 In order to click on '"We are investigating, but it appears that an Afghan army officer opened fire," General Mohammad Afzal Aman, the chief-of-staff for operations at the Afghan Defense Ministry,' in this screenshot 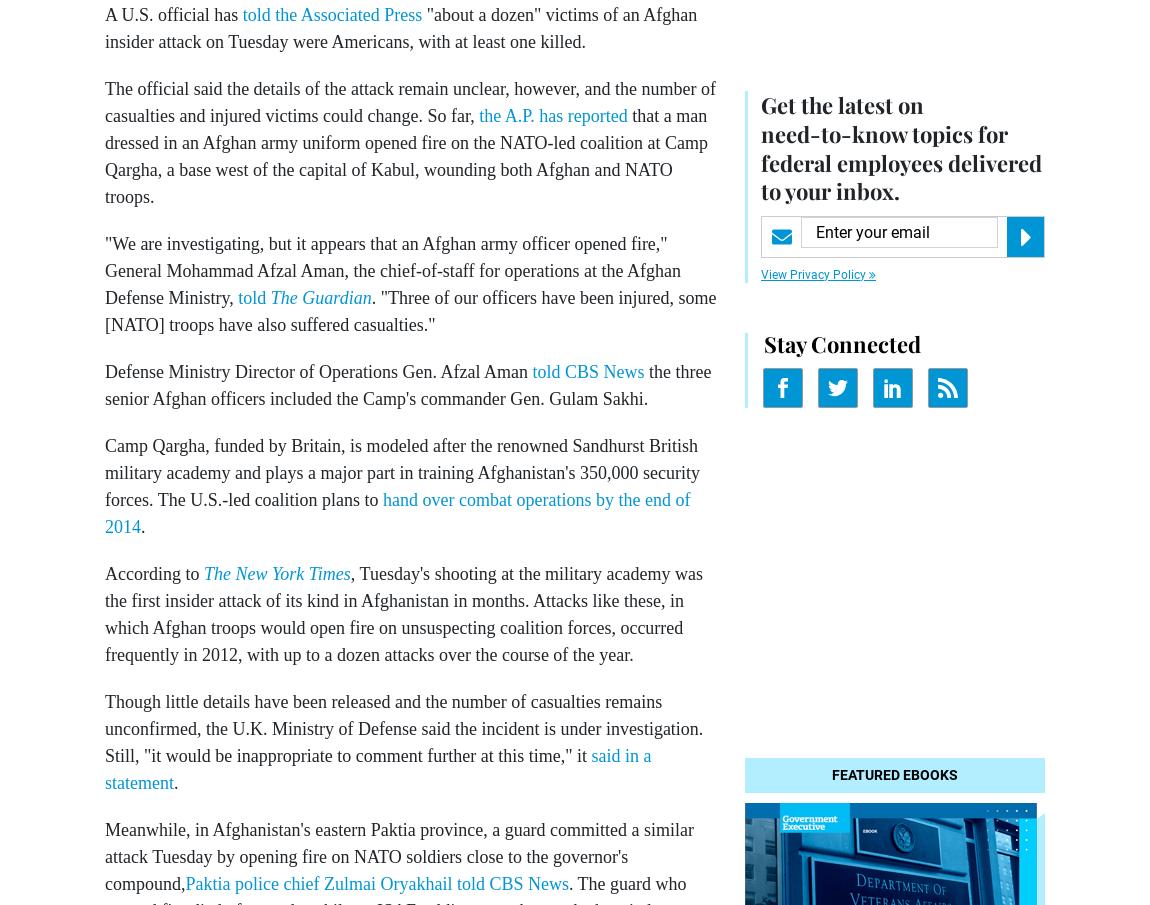, I will do `click(103, 270)`.